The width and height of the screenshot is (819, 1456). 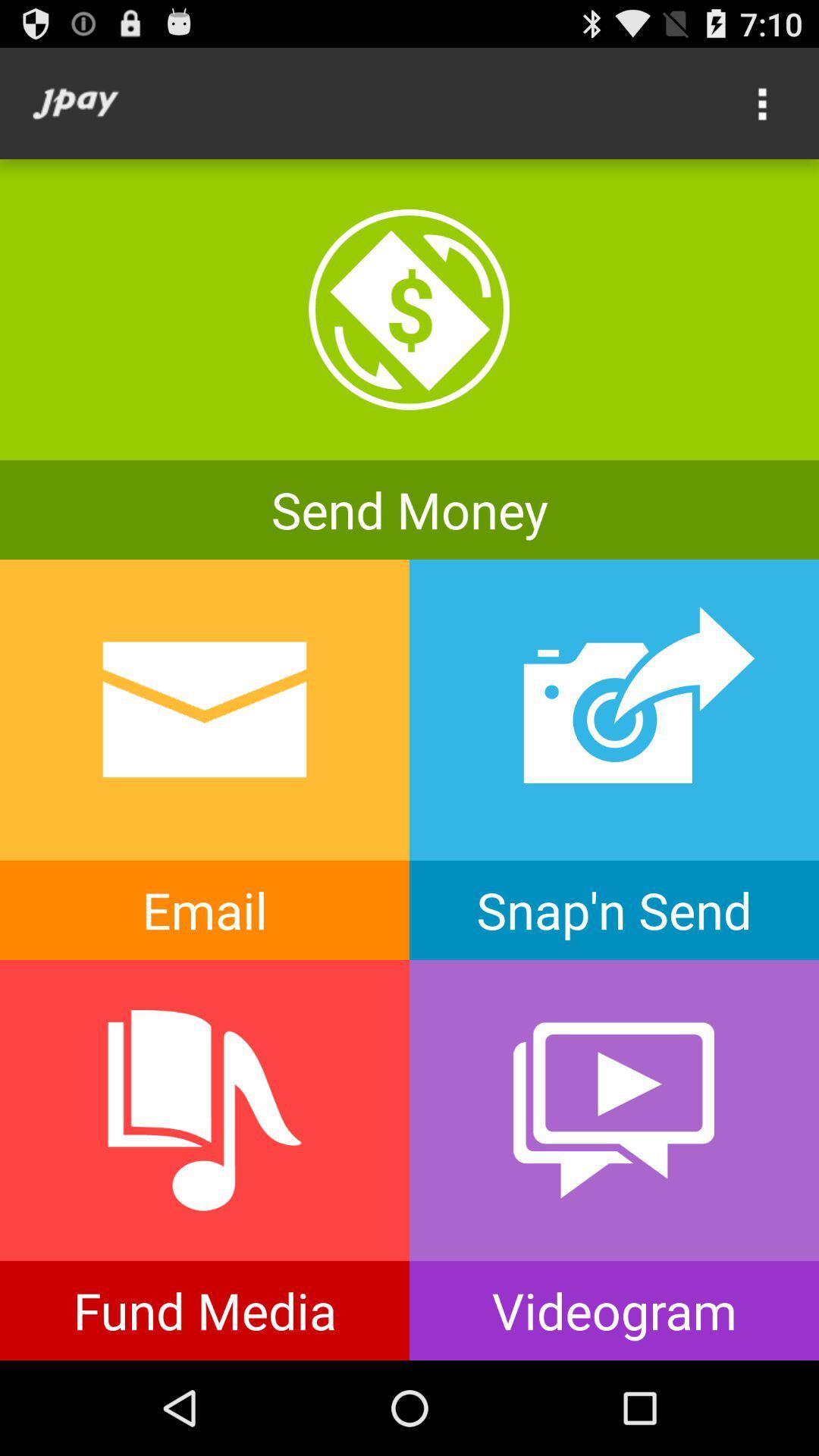 What do you see at coordinates (763, 102) in the screenshot?
I see `menu` at bounding box center [763, 102].